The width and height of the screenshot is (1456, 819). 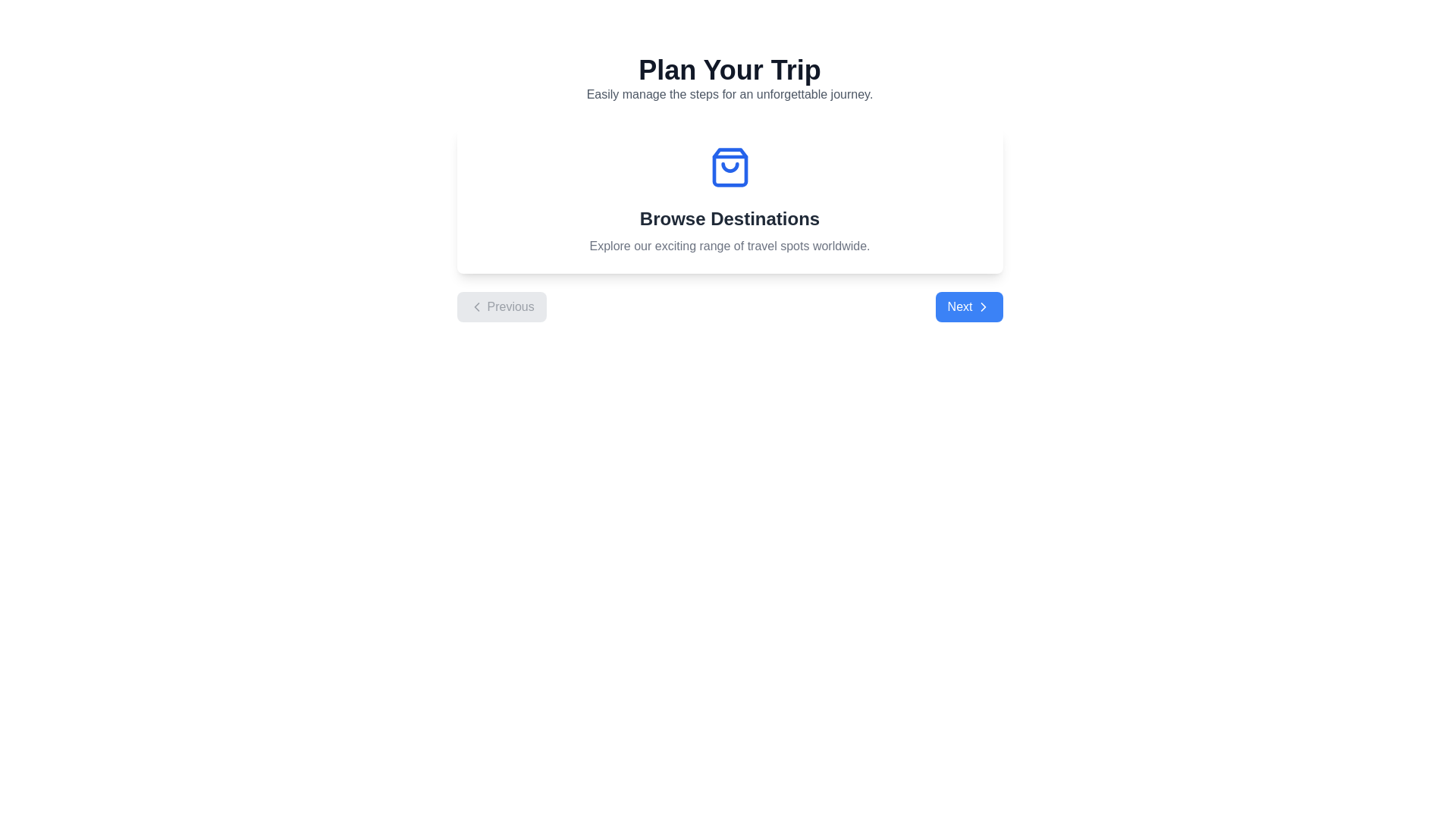 I want to click on text of the primary heading located at the top center of the interface, which indicates the core purpose of the trip planning feature, so click(x=730, y=70).